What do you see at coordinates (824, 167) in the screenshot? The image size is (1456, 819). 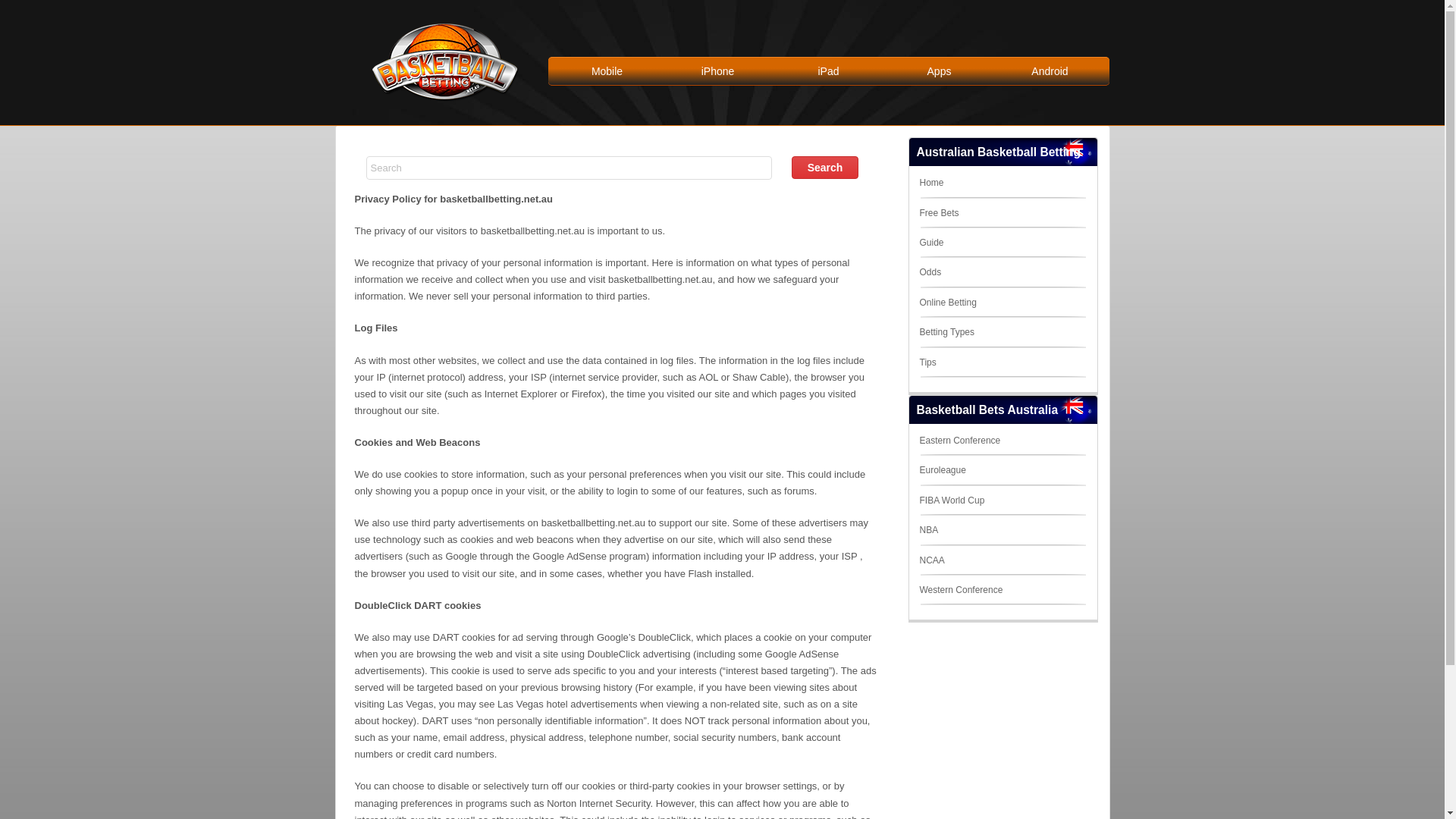 I see `'Search'` at bounding box center [824, 167].